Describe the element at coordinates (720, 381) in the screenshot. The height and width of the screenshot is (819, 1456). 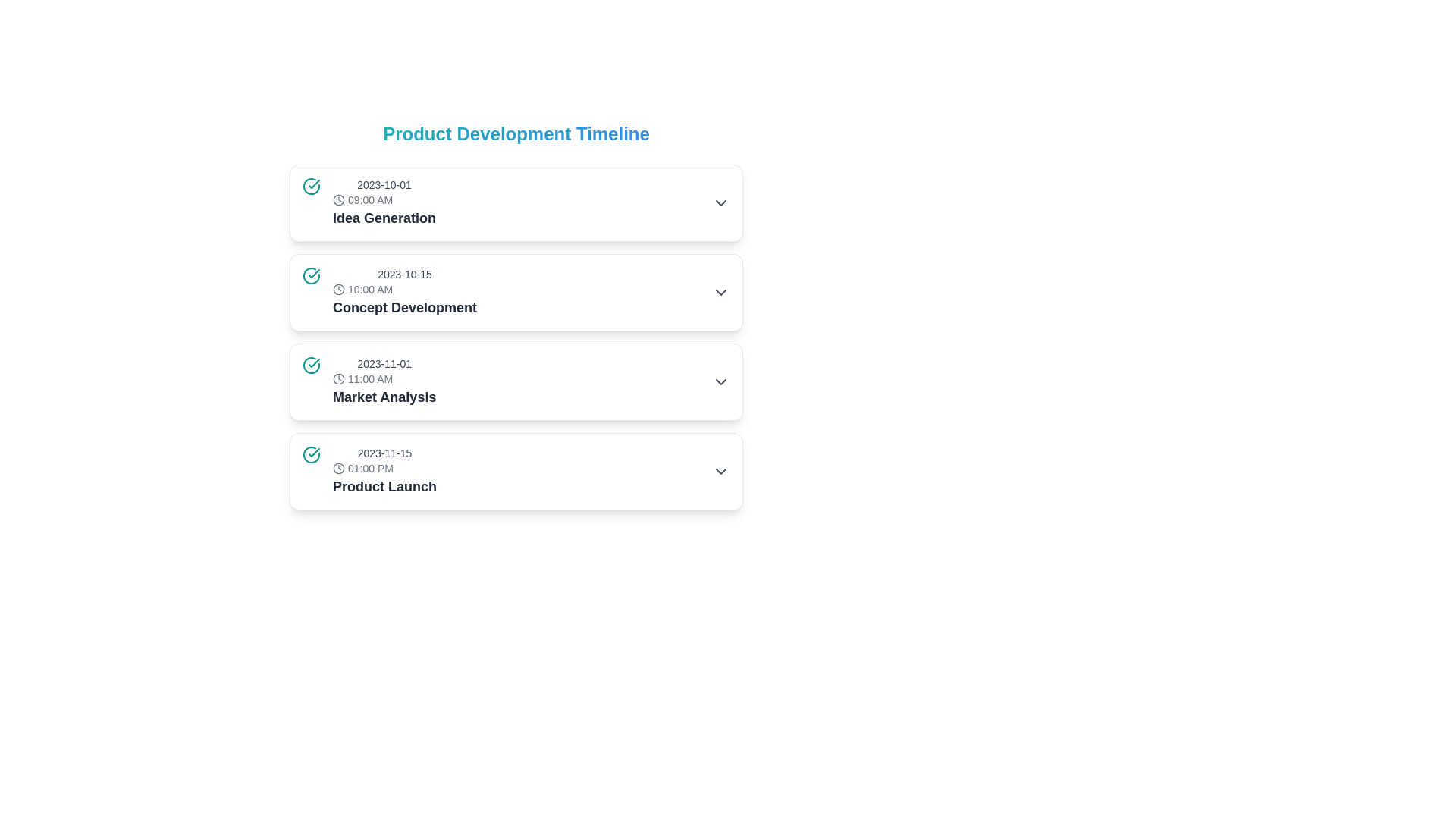
I see `the chevron icon-based toggle button located at the far-right edge of the row containing the text '2023-11-01 11:00 AM Market Analysis'` at that location.